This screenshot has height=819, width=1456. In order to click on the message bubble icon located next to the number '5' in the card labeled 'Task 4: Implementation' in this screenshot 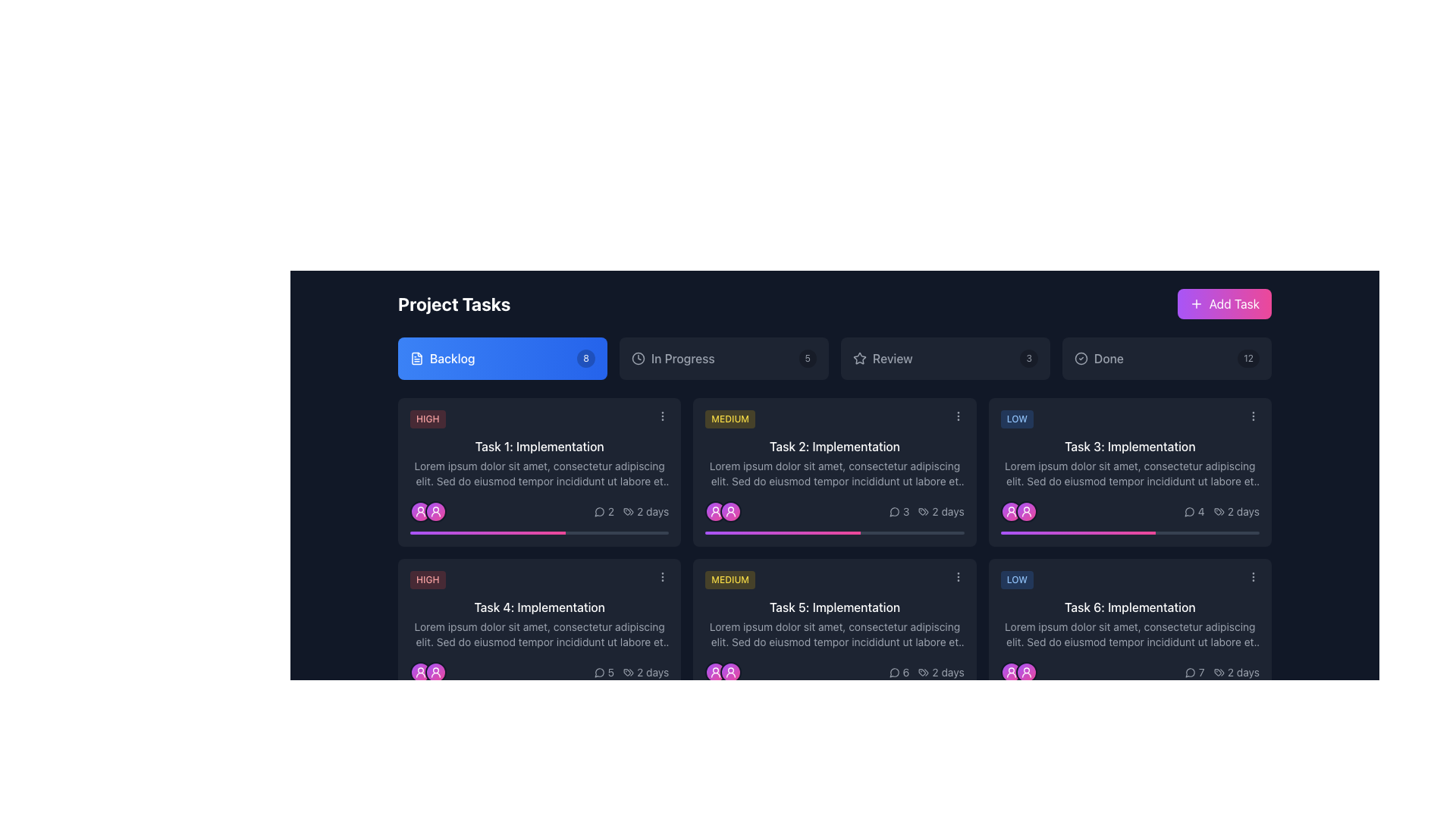, I will do `click(598, 672)`.